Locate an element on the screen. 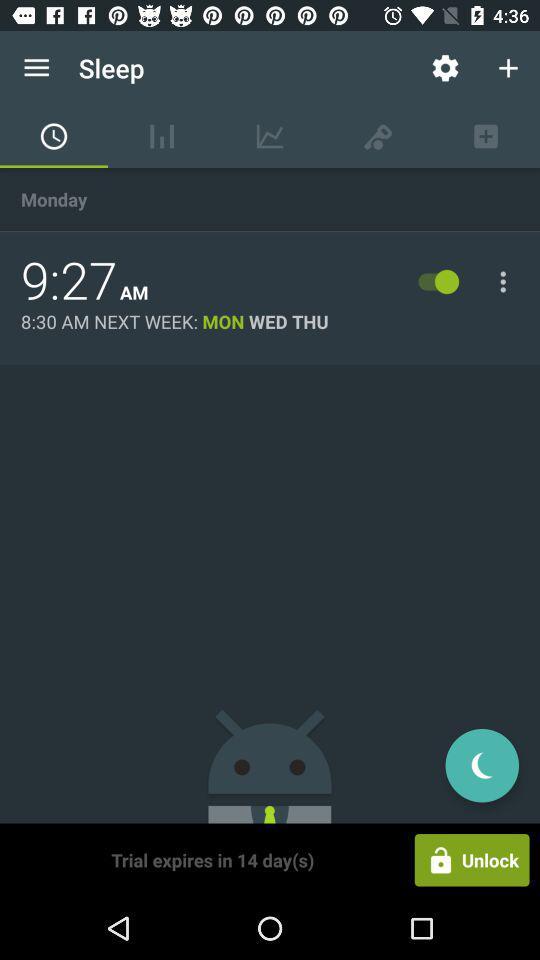  the app to the right of sleep is located at coordinates (445, 68).